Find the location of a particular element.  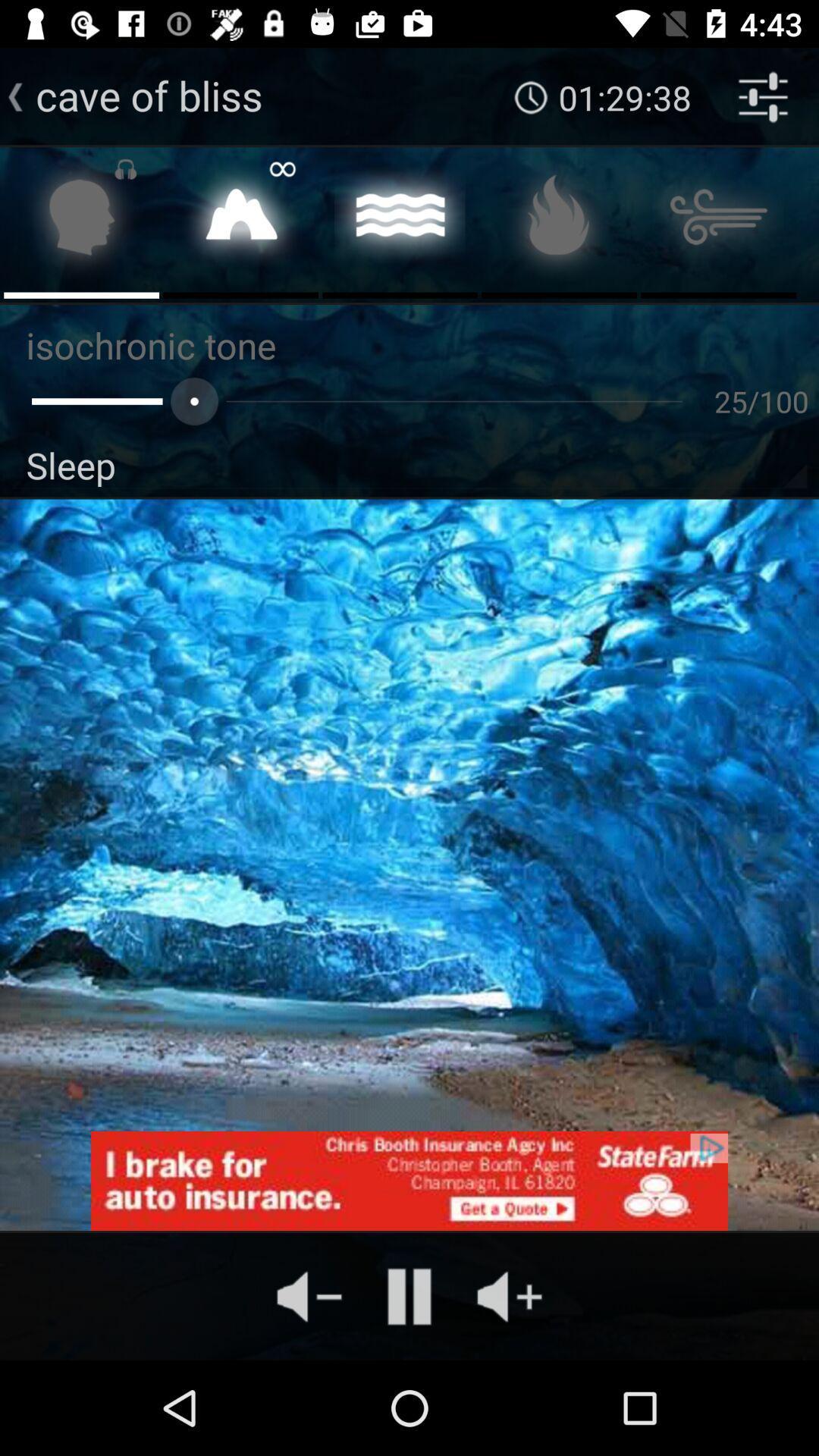

the sliders icon is located at coordinates (763, 96).